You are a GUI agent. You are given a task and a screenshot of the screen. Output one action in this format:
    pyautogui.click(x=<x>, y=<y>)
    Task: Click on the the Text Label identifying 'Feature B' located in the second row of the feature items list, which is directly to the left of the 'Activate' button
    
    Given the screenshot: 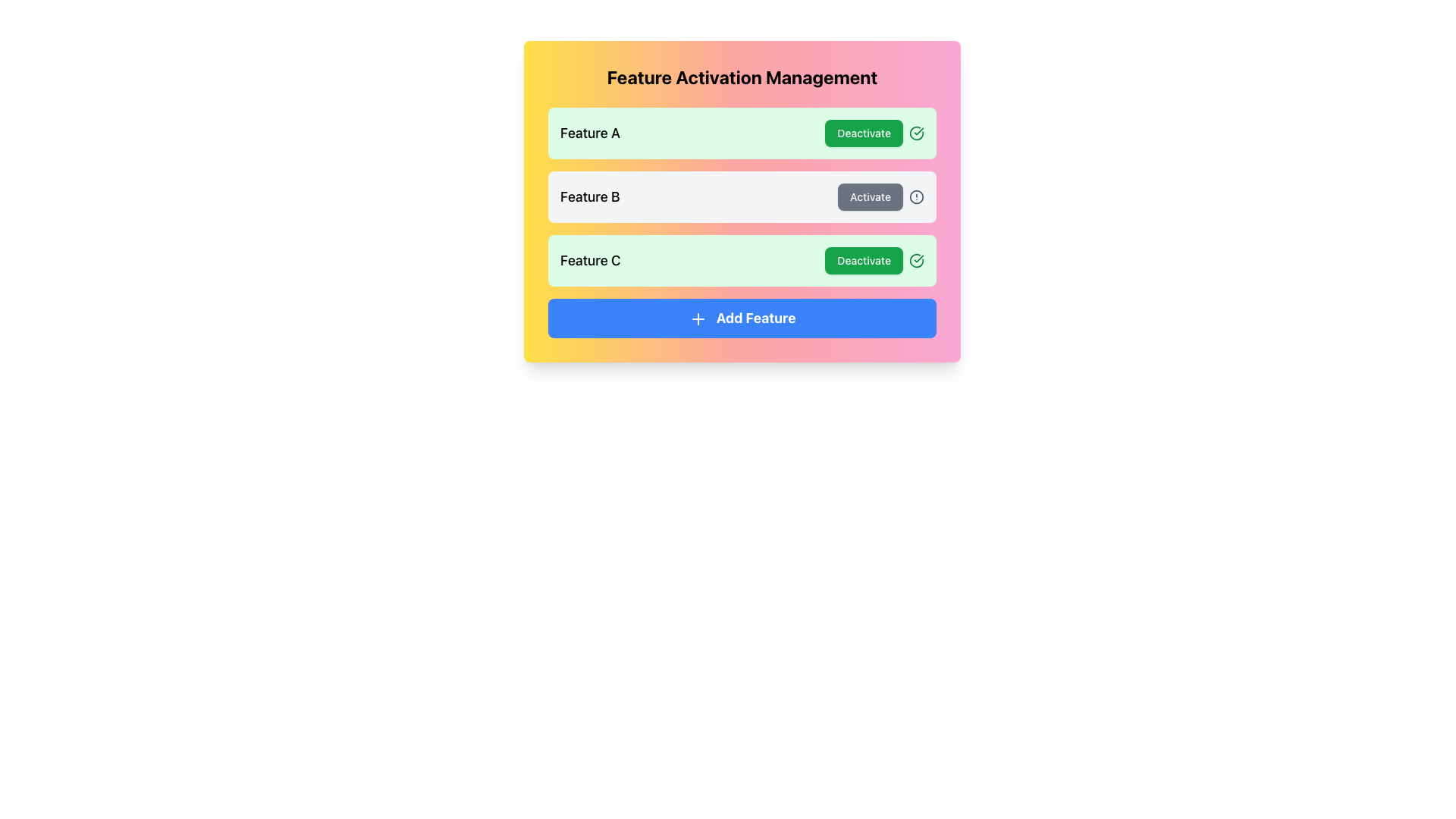 What is the action you would take?
    pyautogui.click(x=589, y=196)
    